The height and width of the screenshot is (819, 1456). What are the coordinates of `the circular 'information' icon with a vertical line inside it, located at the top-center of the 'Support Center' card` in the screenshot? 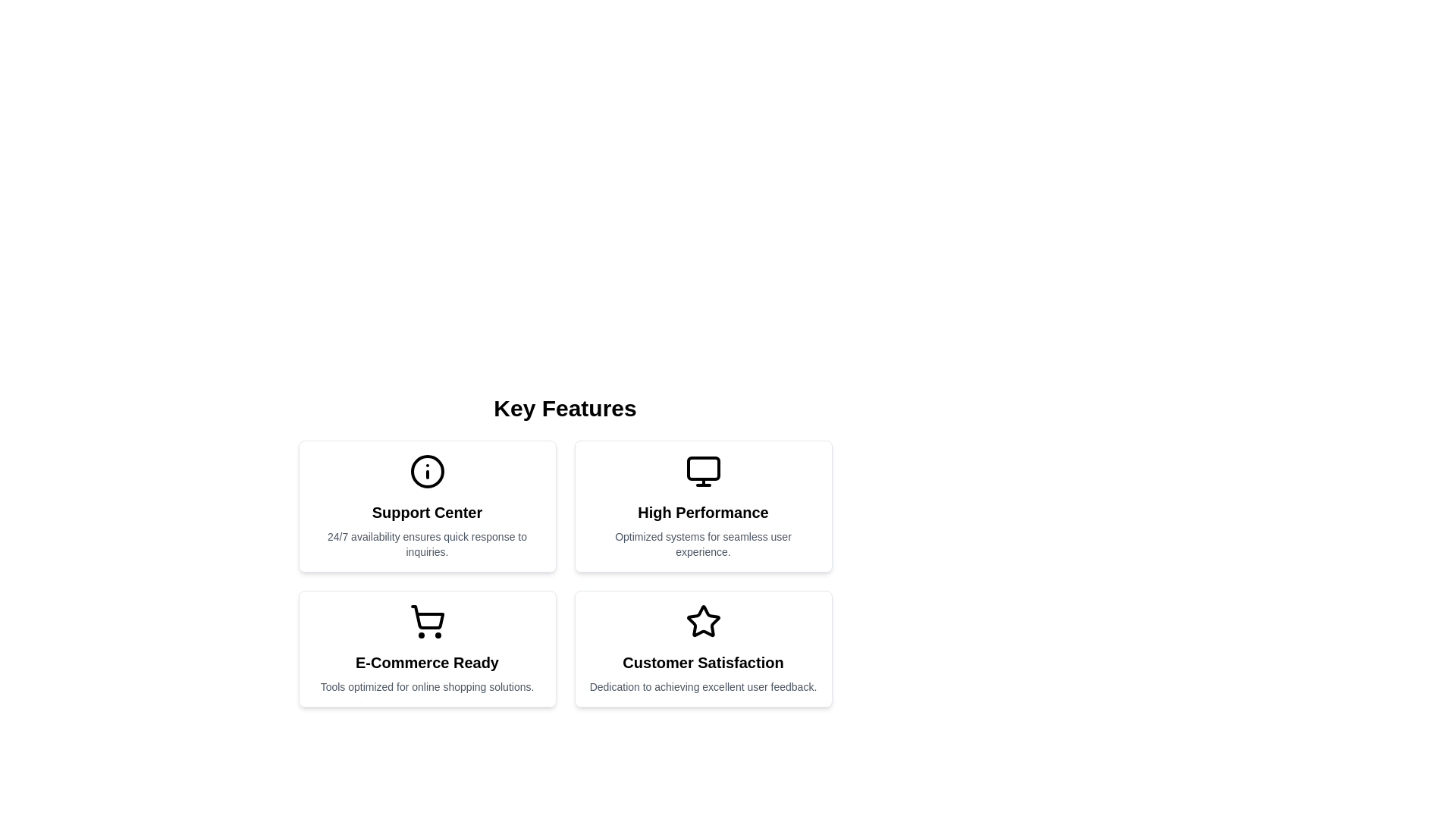 It's located at (426, 470).